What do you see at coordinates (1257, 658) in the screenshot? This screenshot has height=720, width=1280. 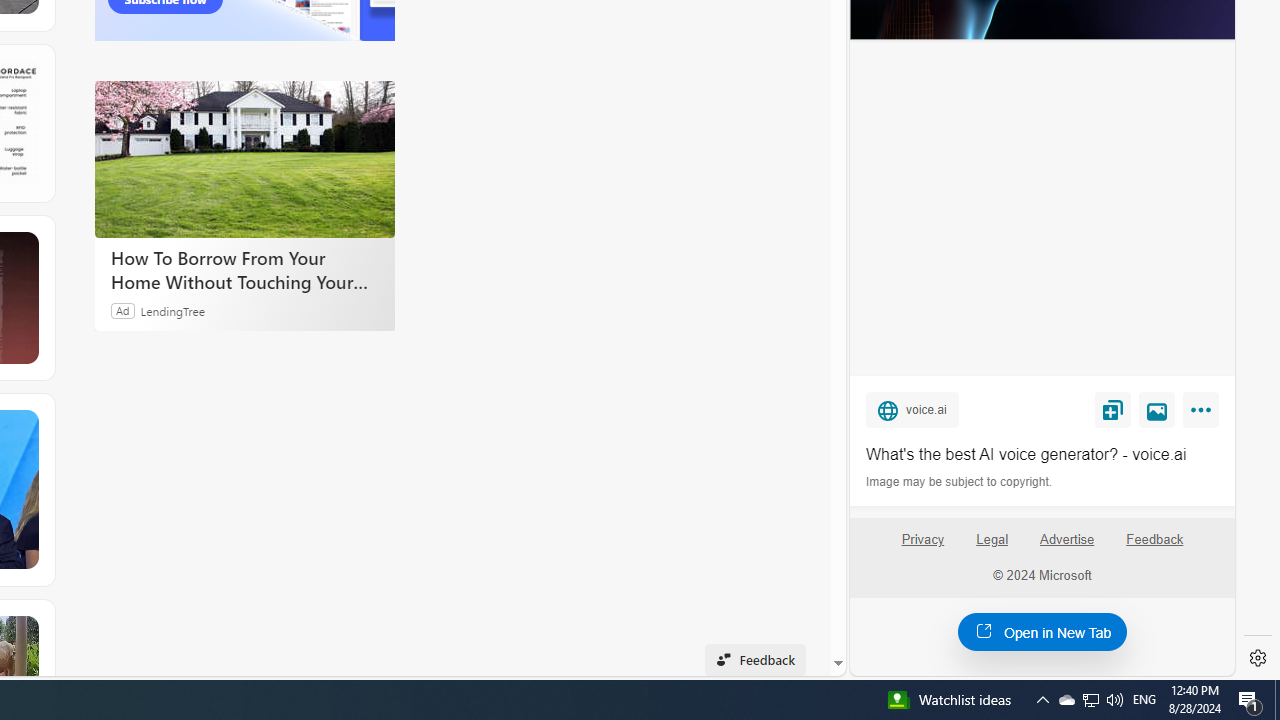 I see `'Settings'` at bounding box center [1257, 658].